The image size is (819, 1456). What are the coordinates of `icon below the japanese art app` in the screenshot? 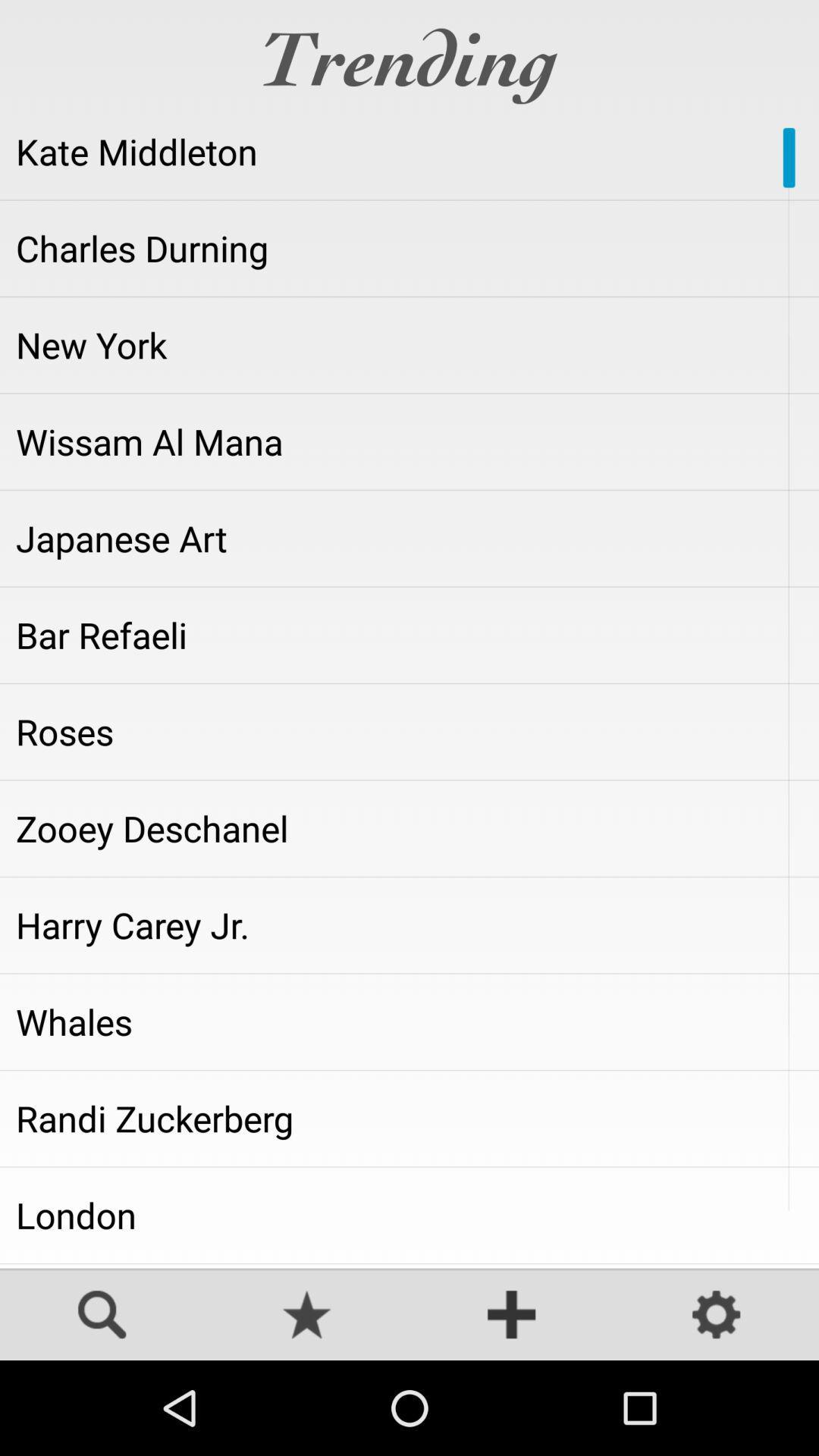 It's located at (409, 635).